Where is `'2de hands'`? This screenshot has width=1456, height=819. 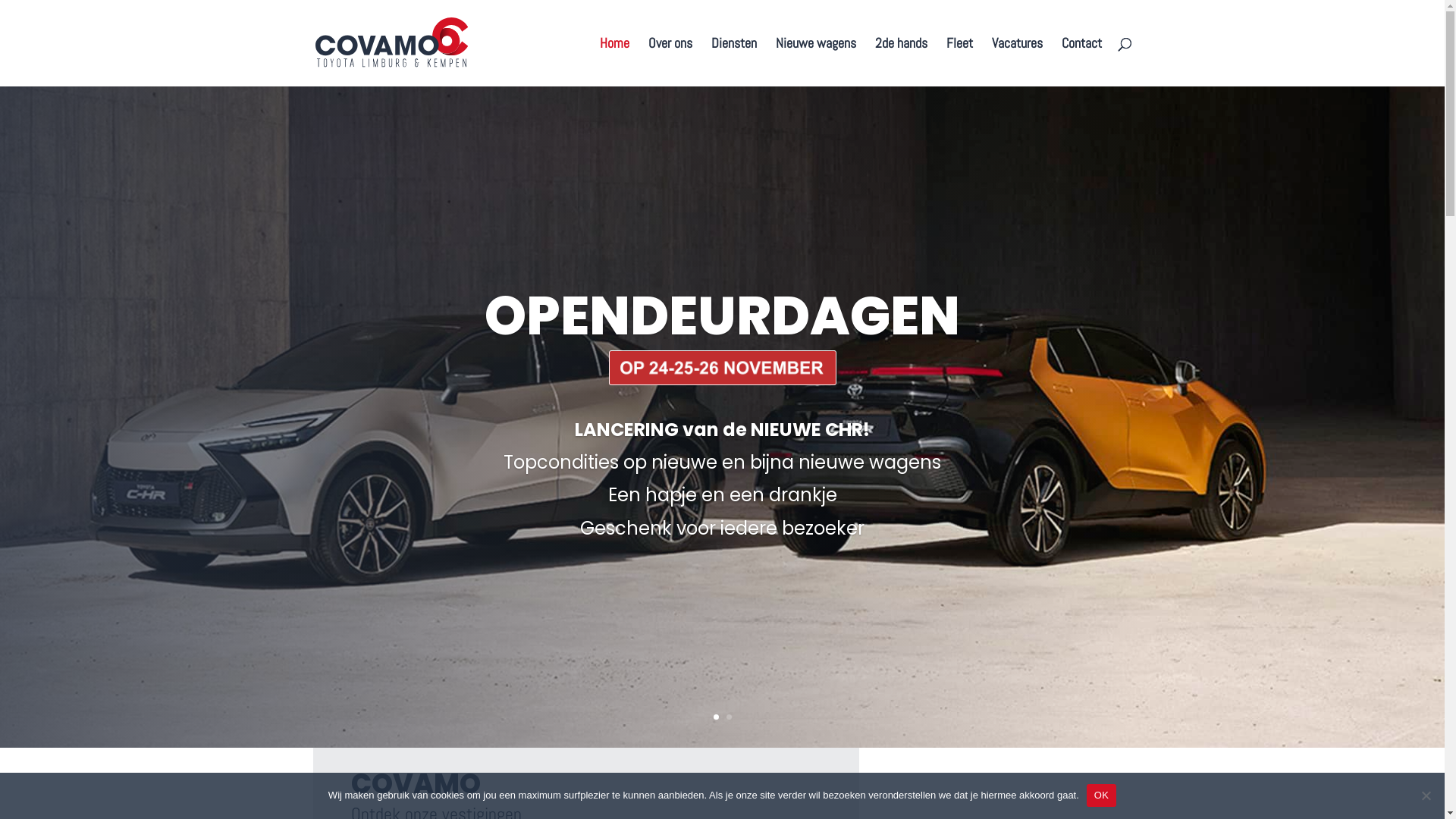 '2de hands' is located at coordinates (901, 61).